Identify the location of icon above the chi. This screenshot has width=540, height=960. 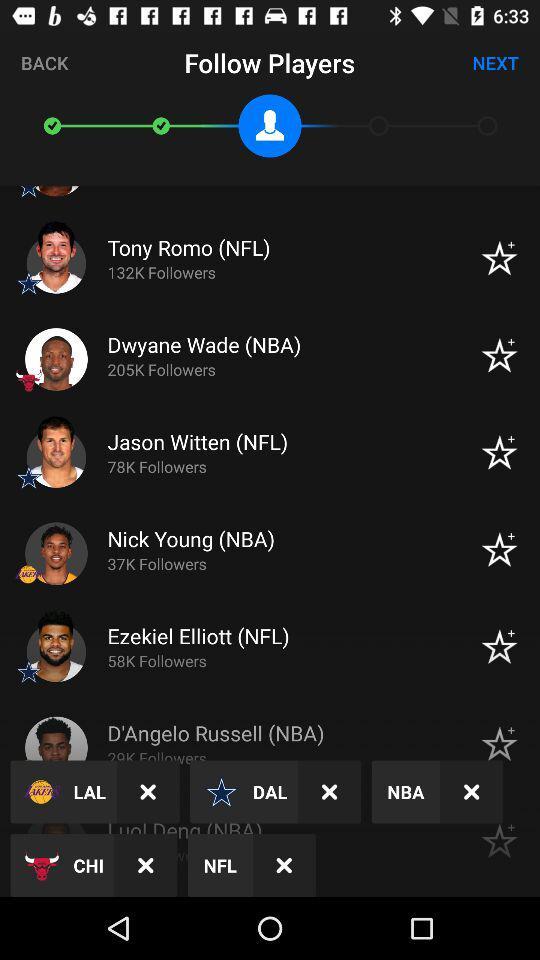
(147, 792).